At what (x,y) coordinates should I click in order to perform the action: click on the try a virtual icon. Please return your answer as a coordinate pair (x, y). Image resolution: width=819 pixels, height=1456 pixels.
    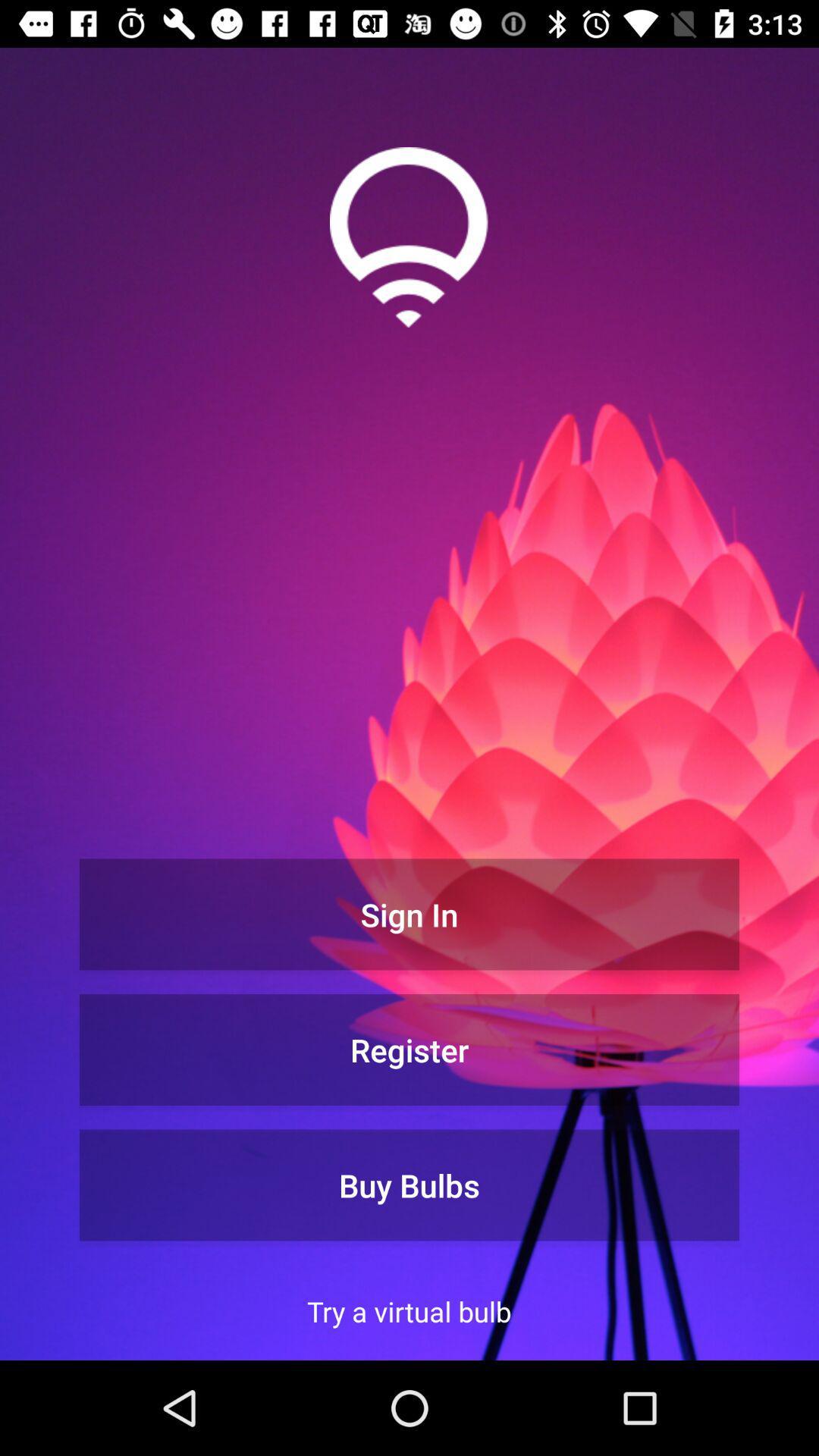
    Looking at the image, I should click on (408, 1310).